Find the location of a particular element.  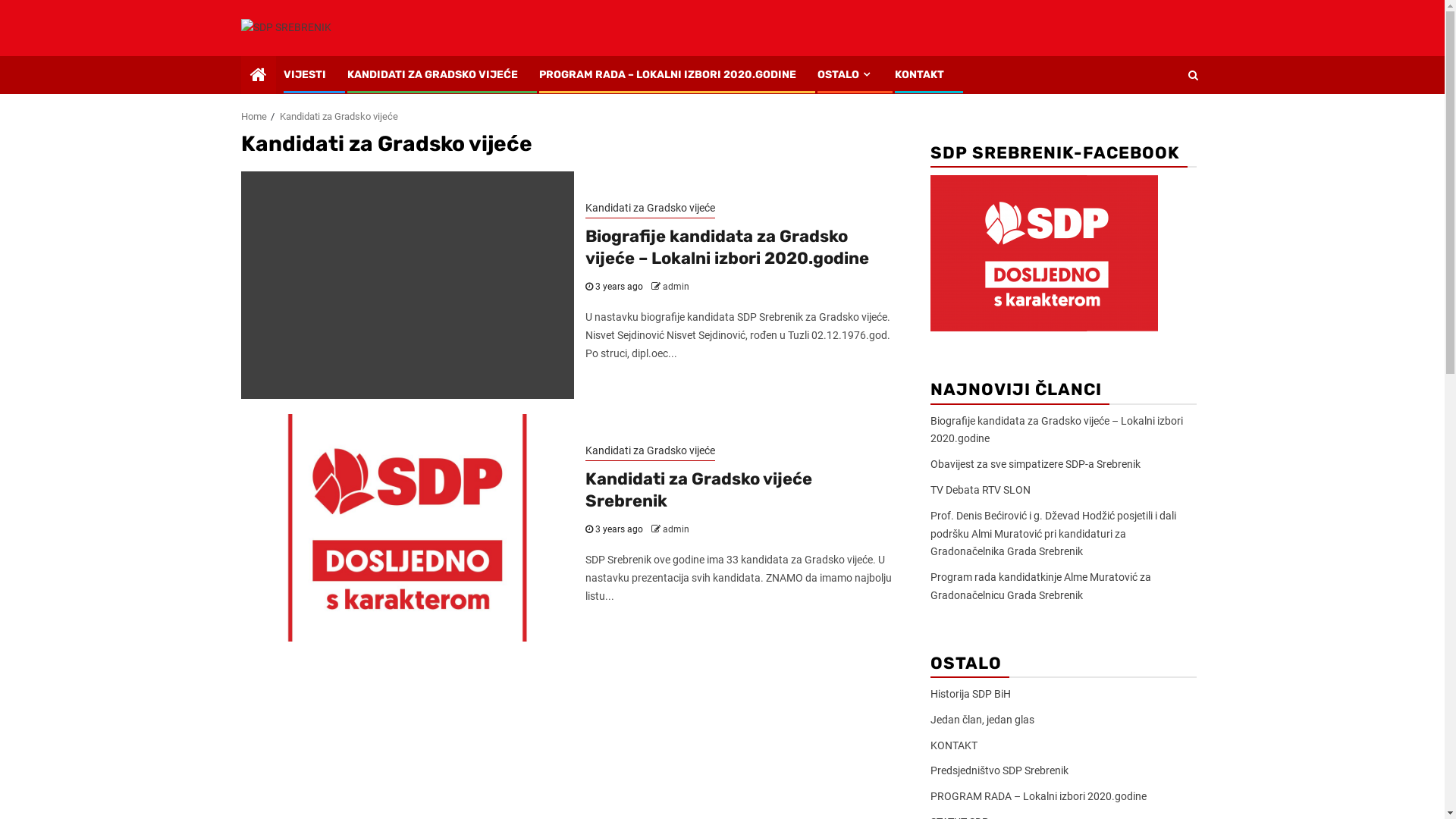

'admin' is located at coordinates (662, 529).